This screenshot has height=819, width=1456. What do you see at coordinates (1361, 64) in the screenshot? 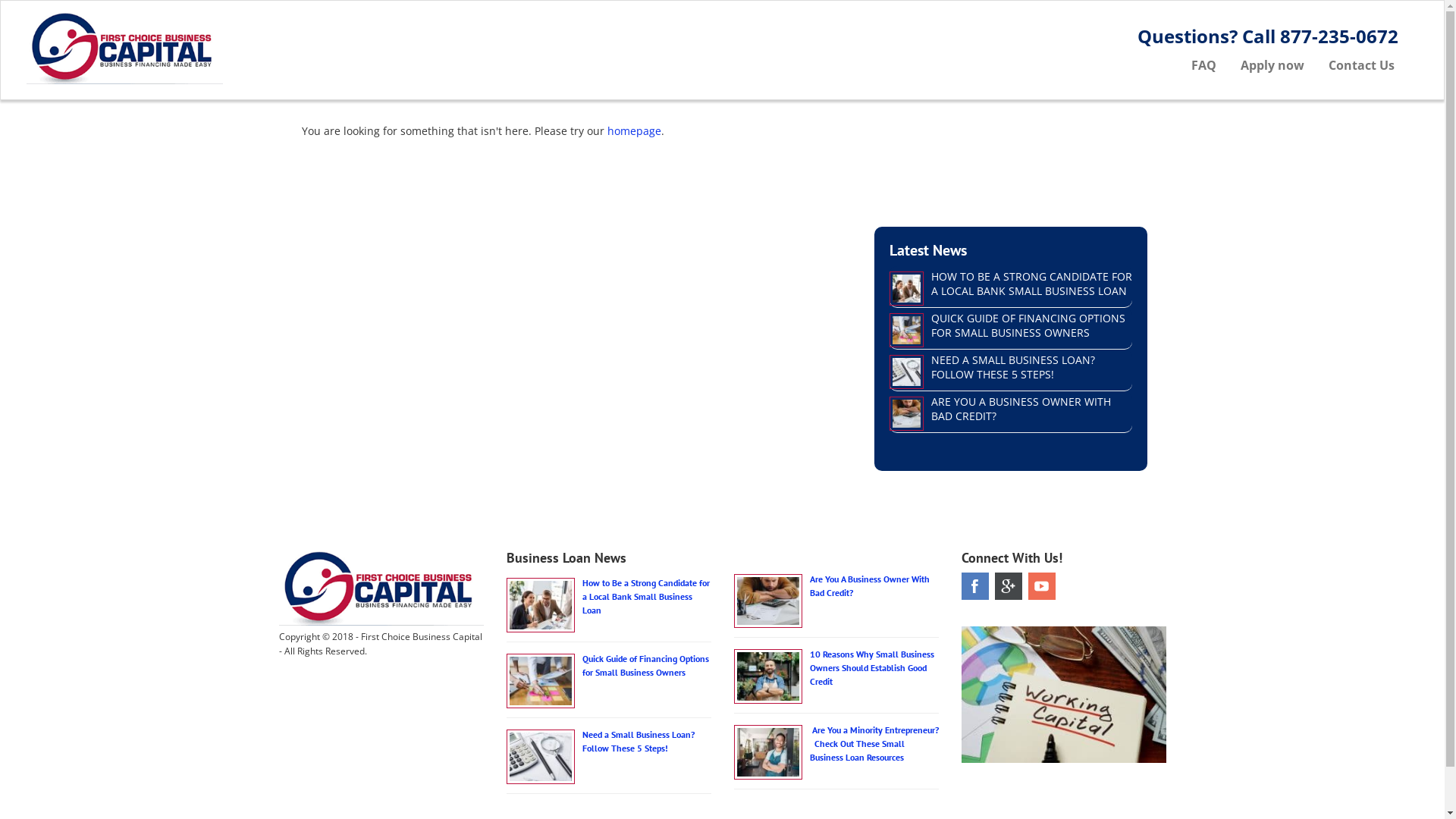
I see `'Contact Us'` at bounding box center [1361, 64].